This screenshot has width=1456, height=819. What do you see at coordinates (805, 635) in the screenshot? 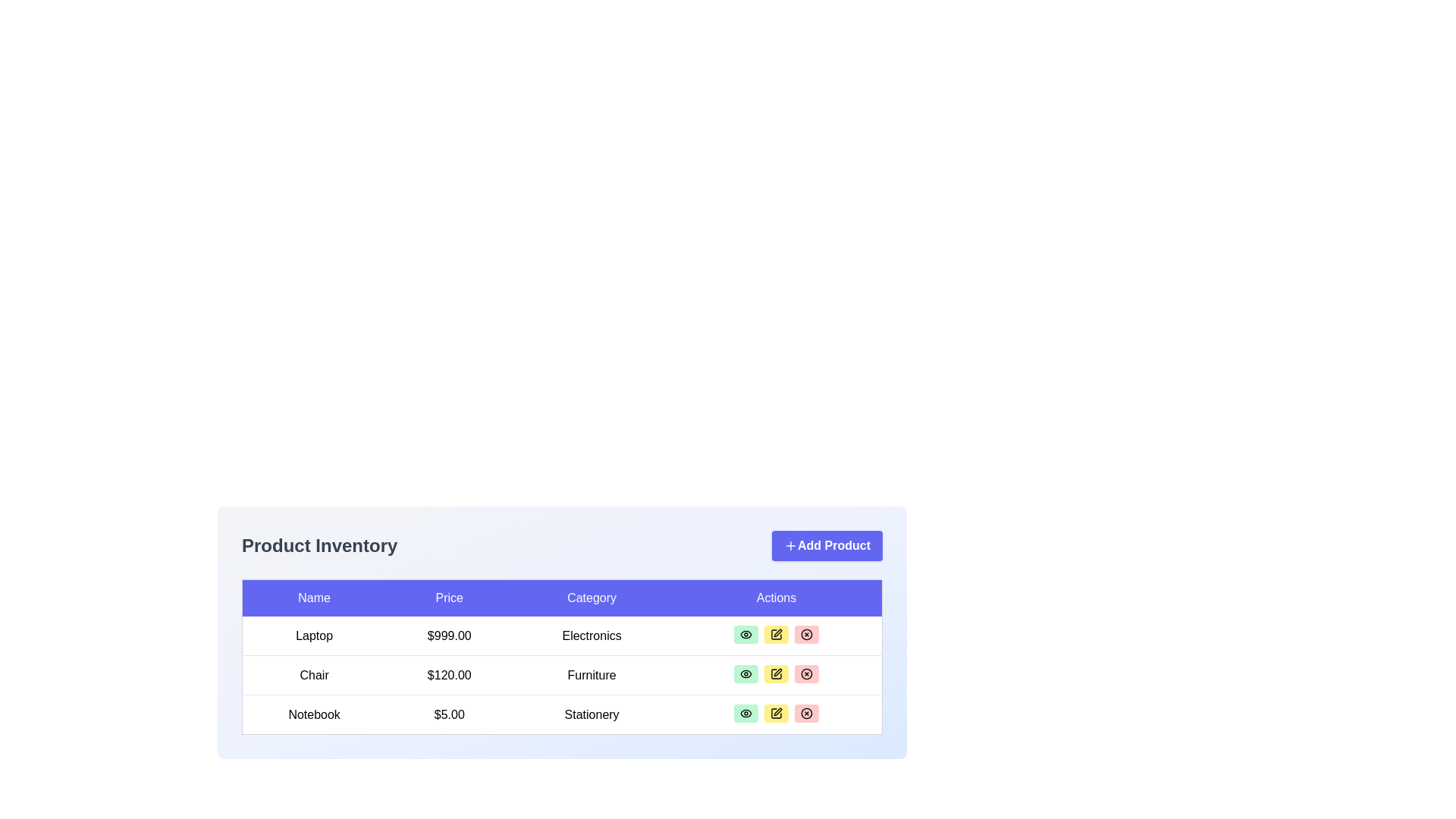
I see `the delete button in the 'Actions' column of the first row in the table` at bounding box center [805, 635].